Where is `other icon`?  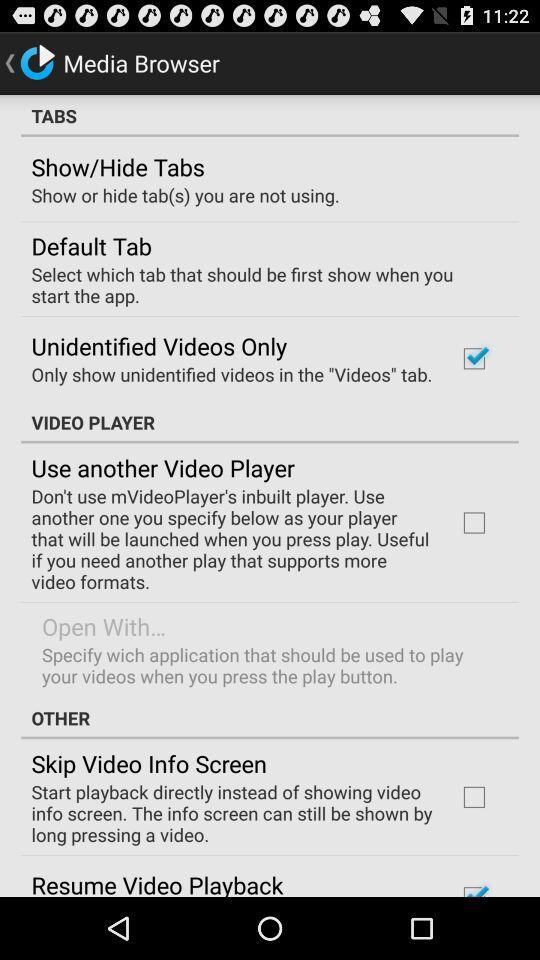
other icon is located at coordinates (270, 718).